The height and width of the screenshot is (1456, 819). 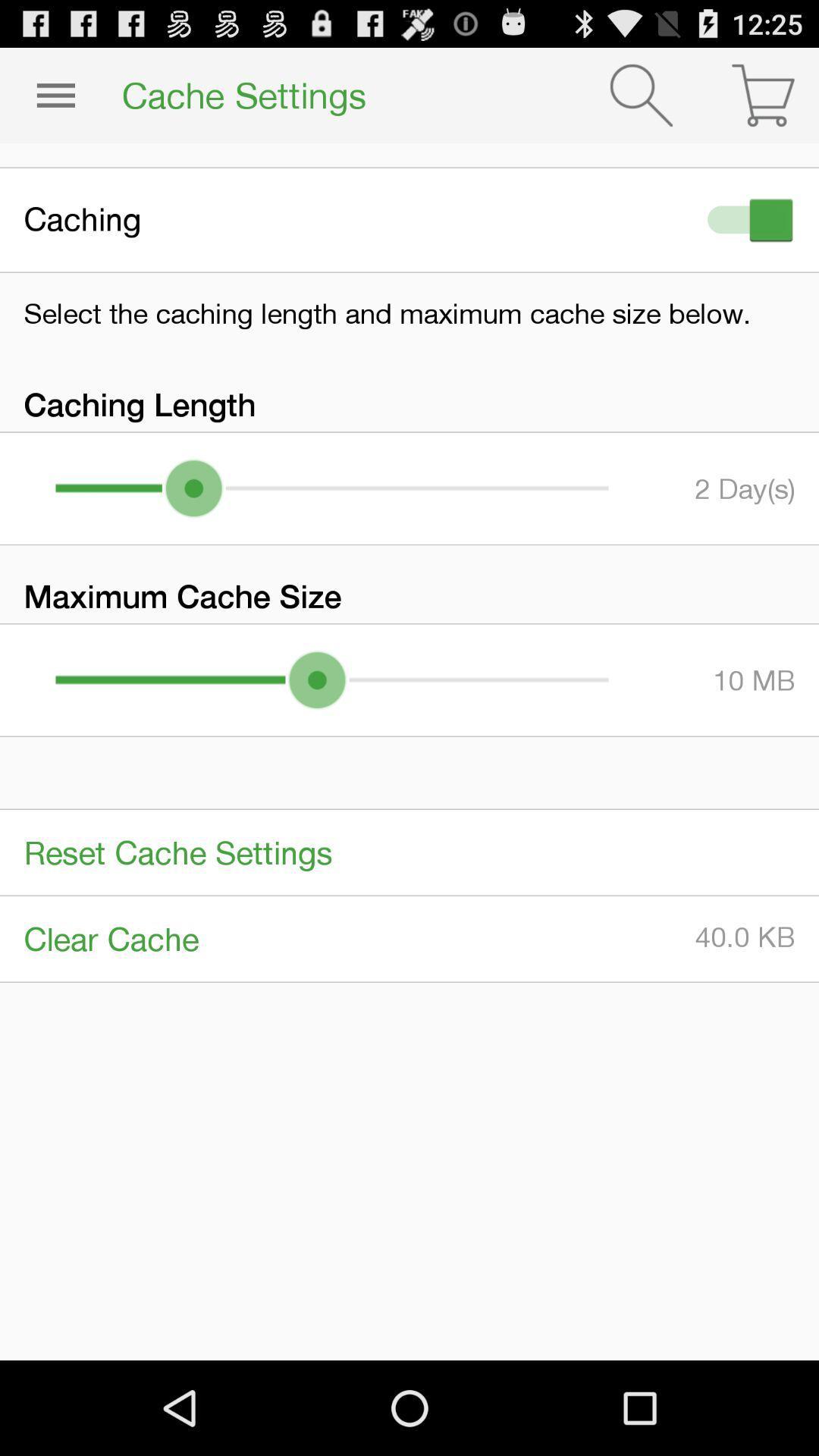 What do you see at coordinates (641, 94) in the screenshot?
I see `search` at bounding box center [641, 94].